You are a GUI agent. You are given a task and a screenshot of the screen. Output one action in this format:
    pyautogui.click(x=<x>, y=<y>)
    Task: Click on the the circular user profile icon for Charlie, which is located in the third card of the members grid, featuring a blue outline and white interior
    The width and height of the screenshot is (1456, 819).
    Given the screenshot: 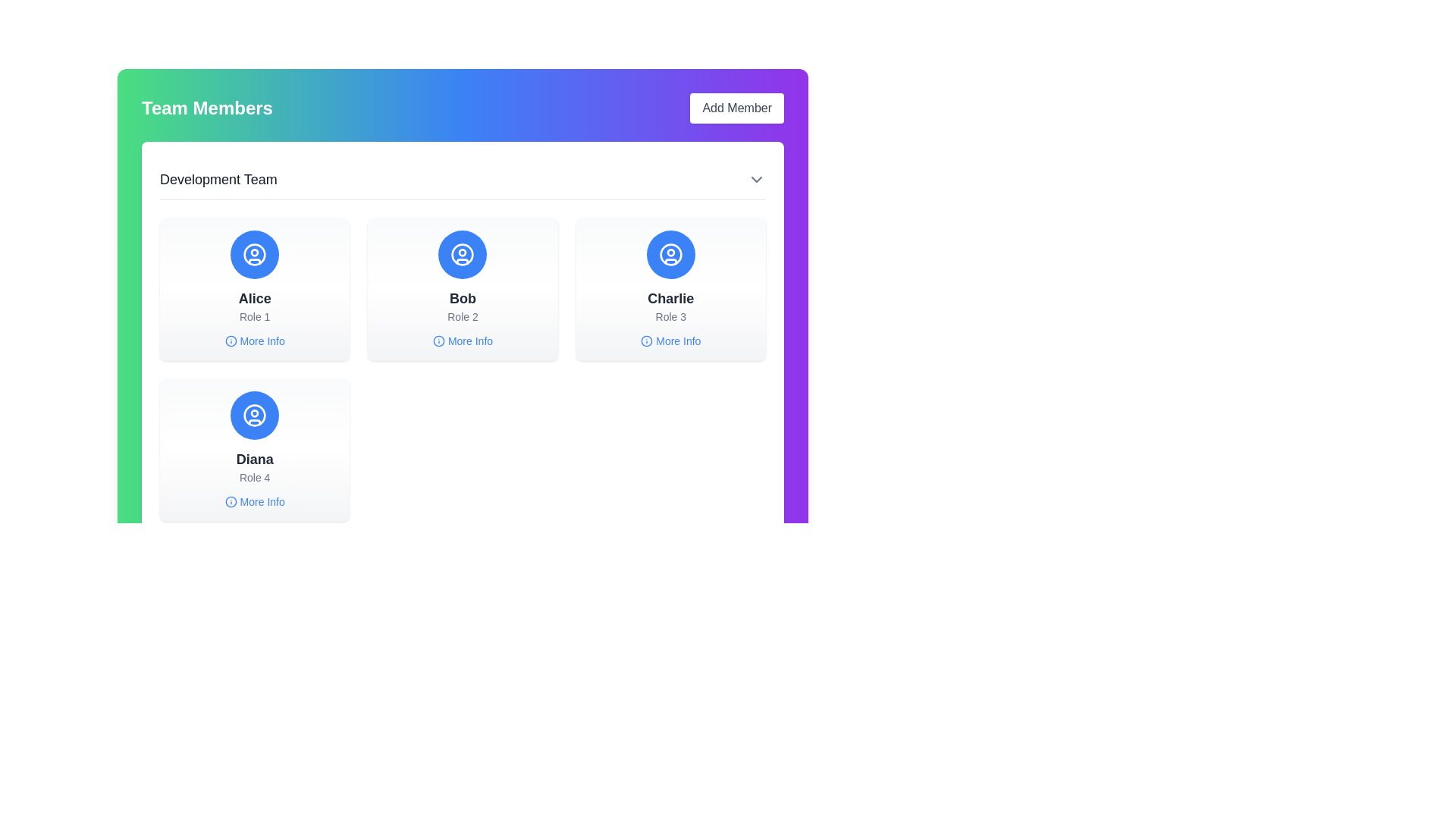 What is the action you would take?
    pyautogui.click(x=670, y=253)
    